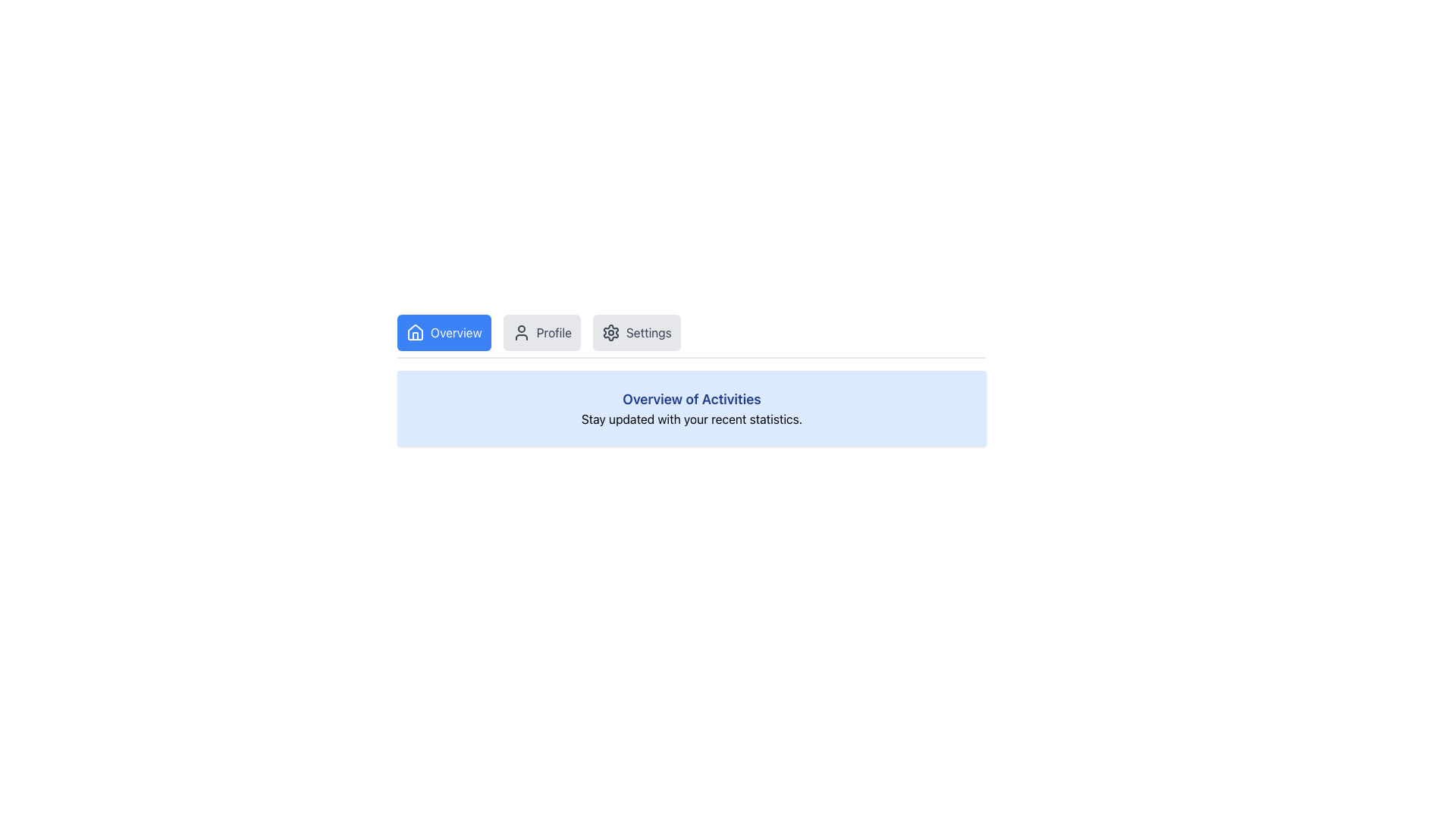 The width and height of the screenshot is (1456, 819). What do you see at coordinates (636, 332) in the screenshot?
I see `the navigation button that redirects to the settings or configuration page, located to the right of the 'Profile' button and far-right of the 'Overview' button` at bounding box center [636, 332].